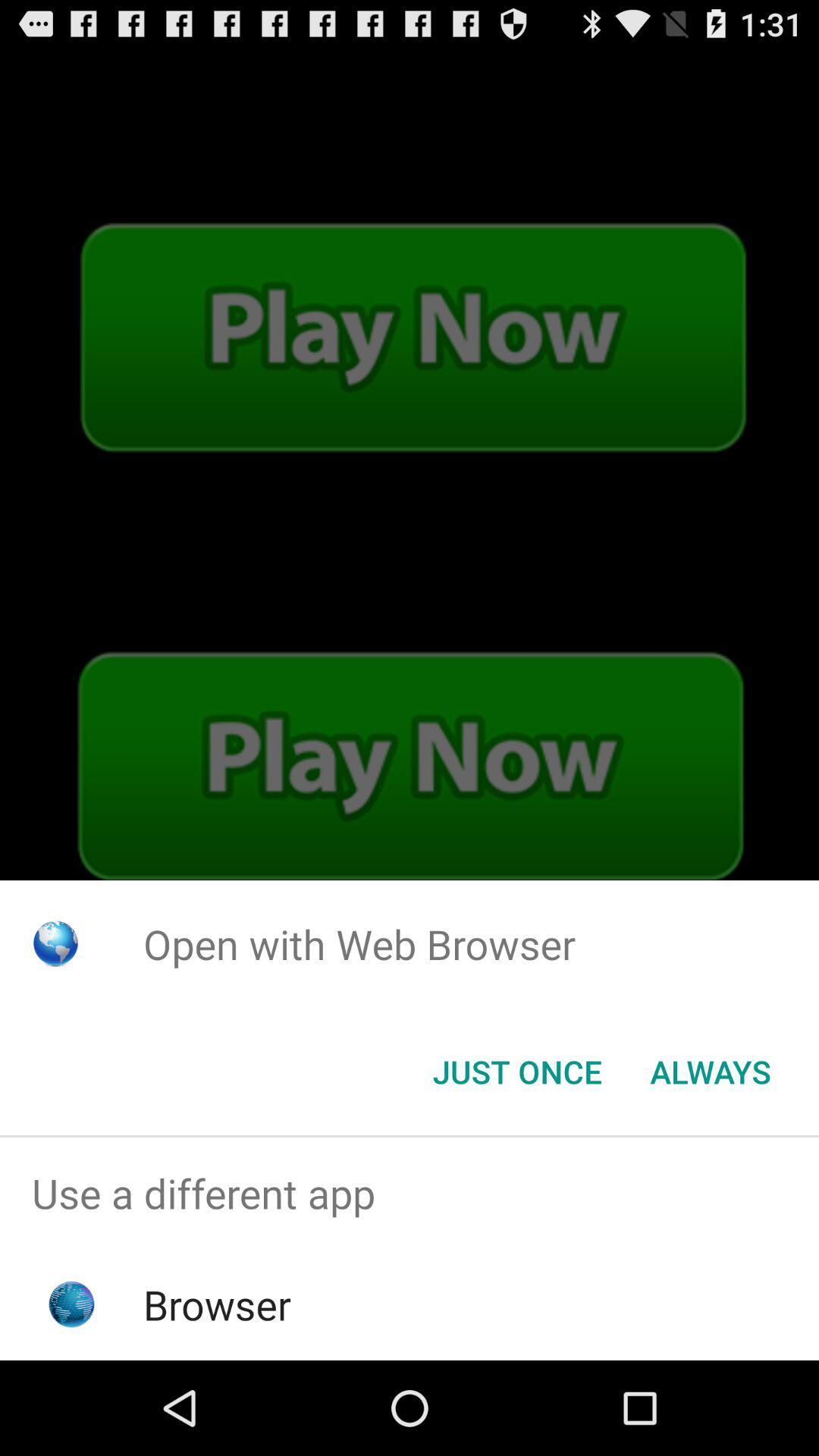 The image size is (819, 1456). What do you see at coordinates (516, 1070) in the screenshot?
I see `the item below open with web icon` at bounding box center [516, 1070].